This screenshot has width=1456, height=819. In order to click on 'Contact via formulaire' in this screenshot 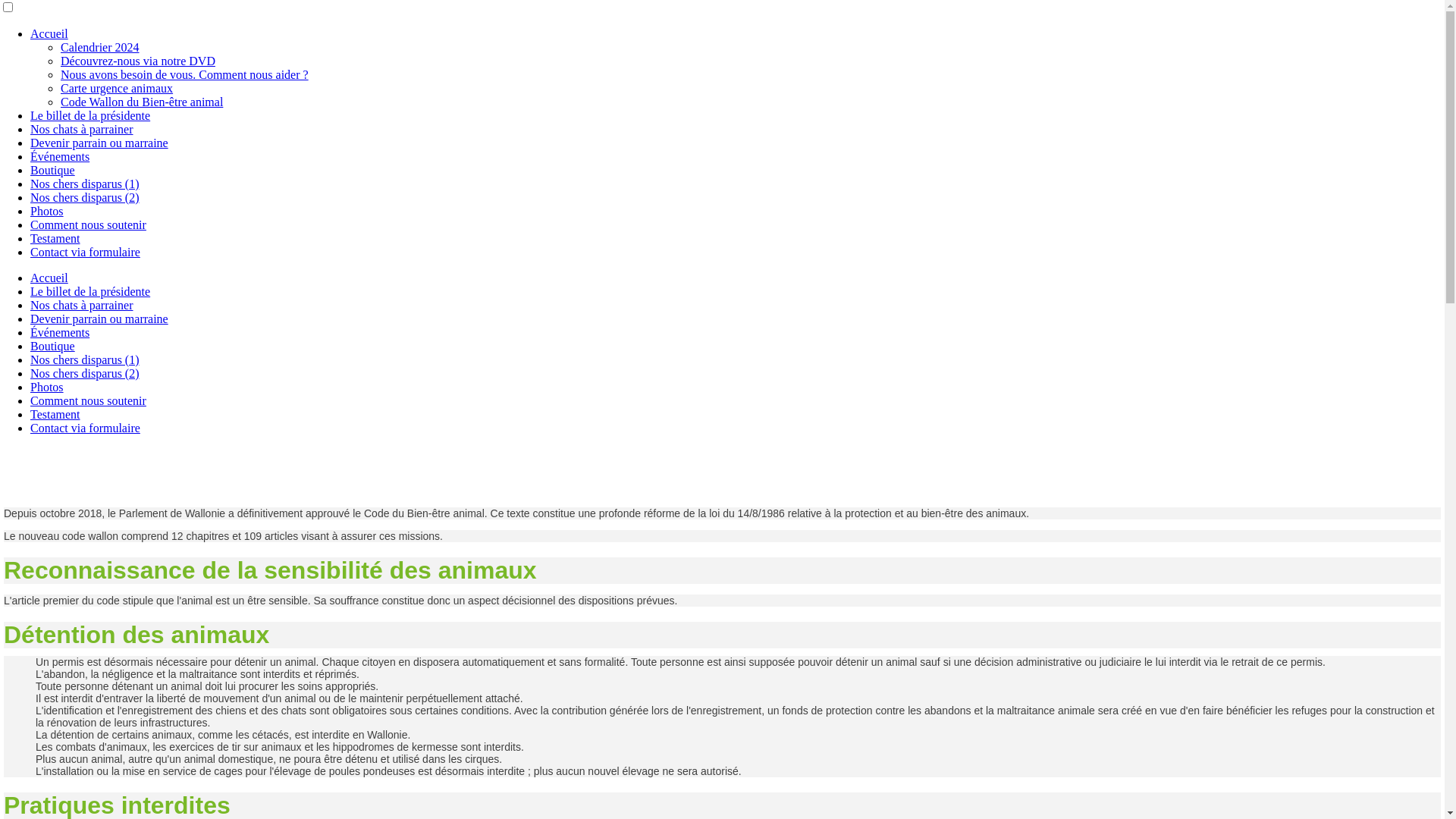, I will do `click(30, 428)`.